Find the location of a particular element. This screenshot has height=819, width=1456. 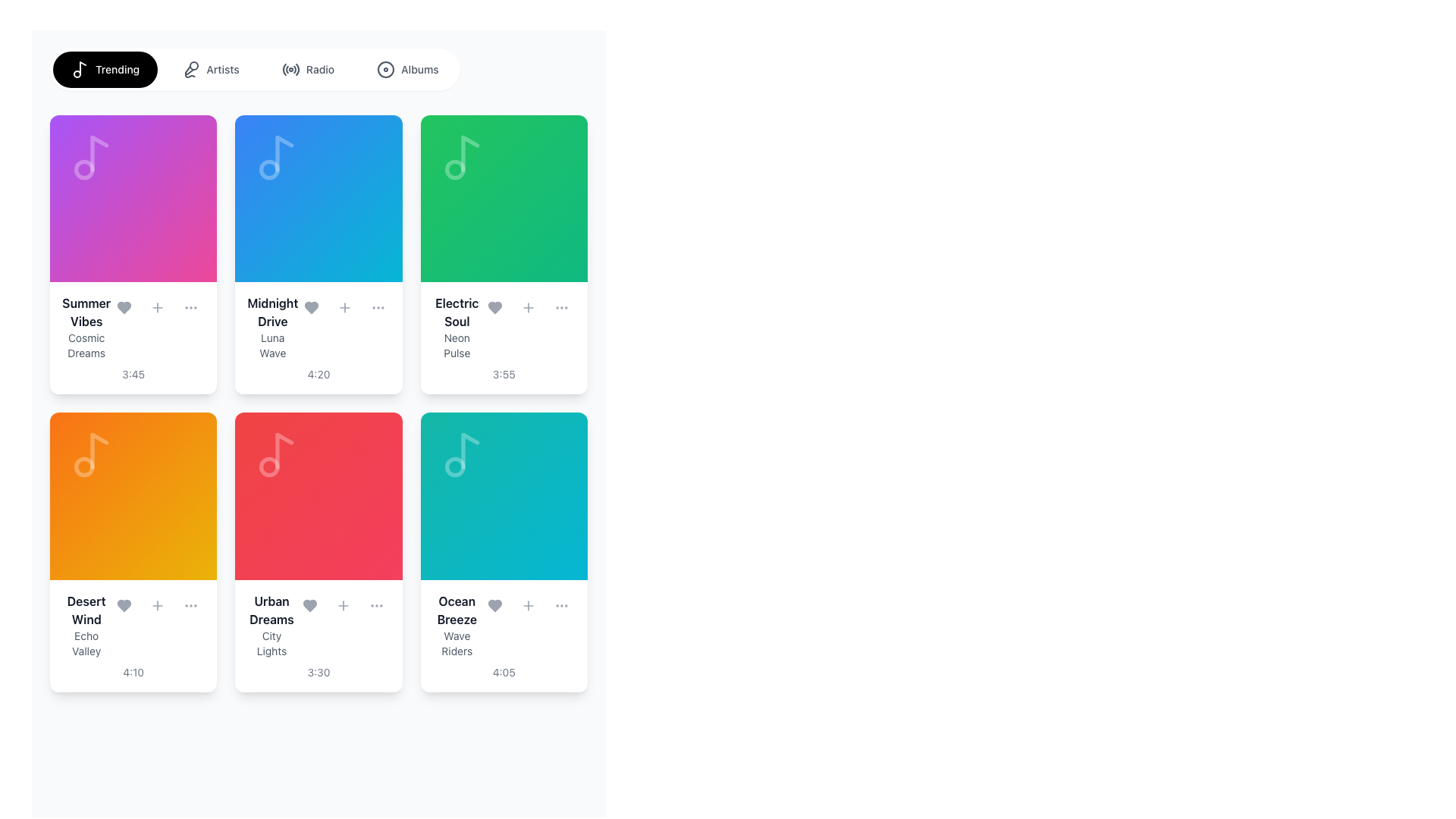

displayed text from the Label/Text Display showing 'Midnight Drive' and 'Luna Wave', located in the second column of the top row of a grid layout is located at coordinates (272, 327).